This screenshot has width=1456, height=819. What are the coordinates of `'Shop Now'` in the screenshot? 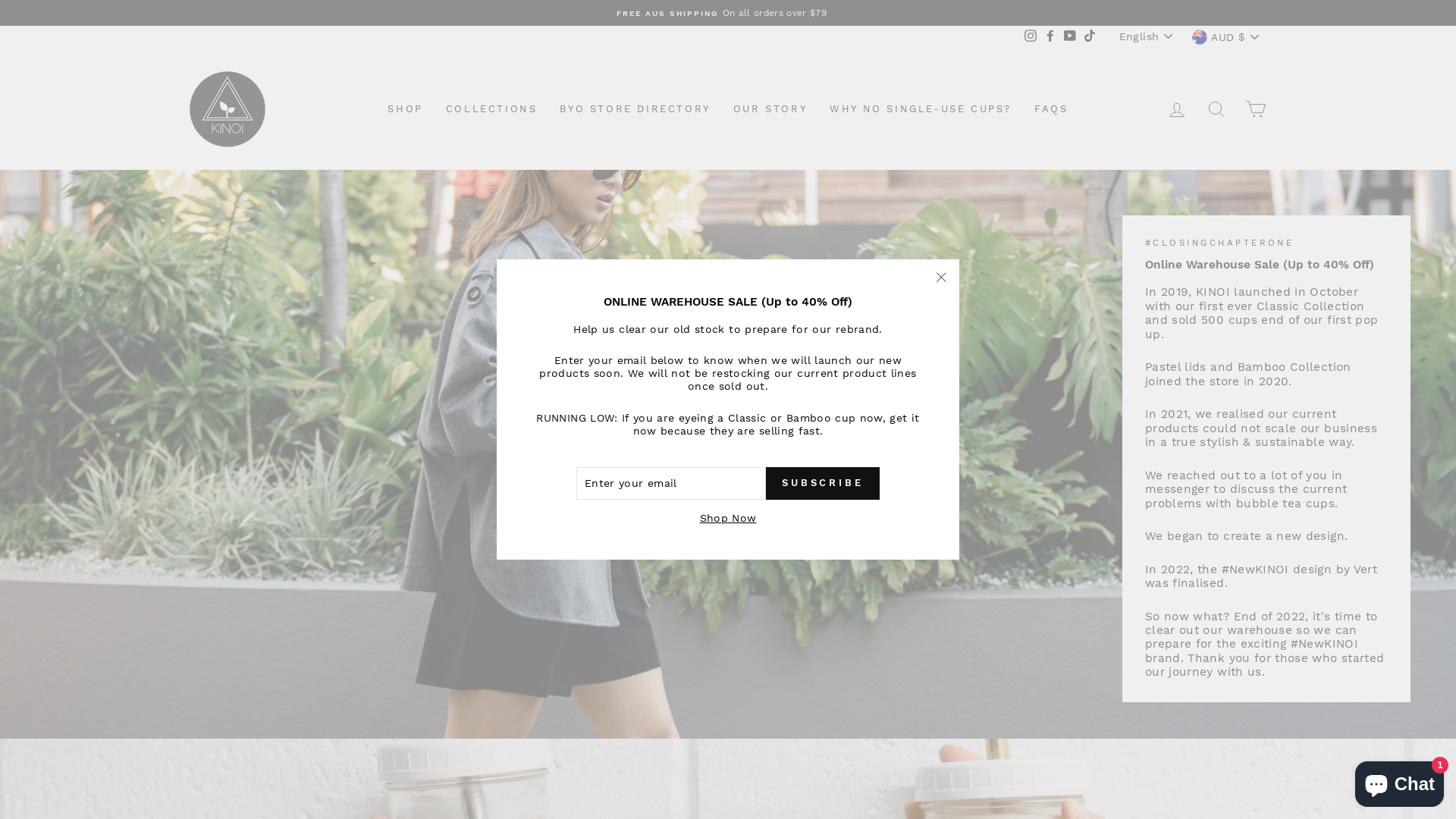 It's located at (728, 517).